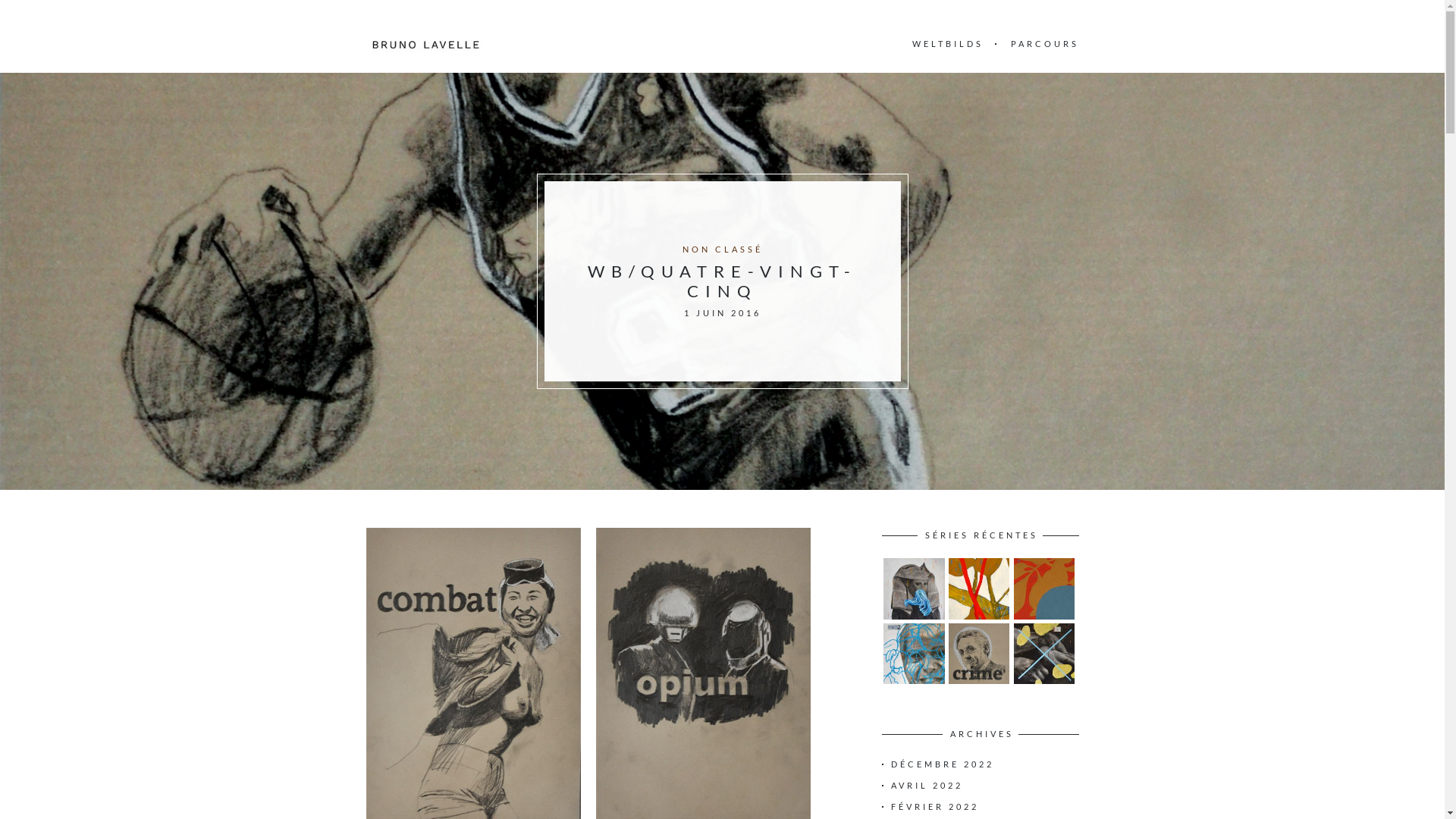 This screenshot has height=819, width=1456. I want to click on 'WELTBILDS', so click(946, 42).